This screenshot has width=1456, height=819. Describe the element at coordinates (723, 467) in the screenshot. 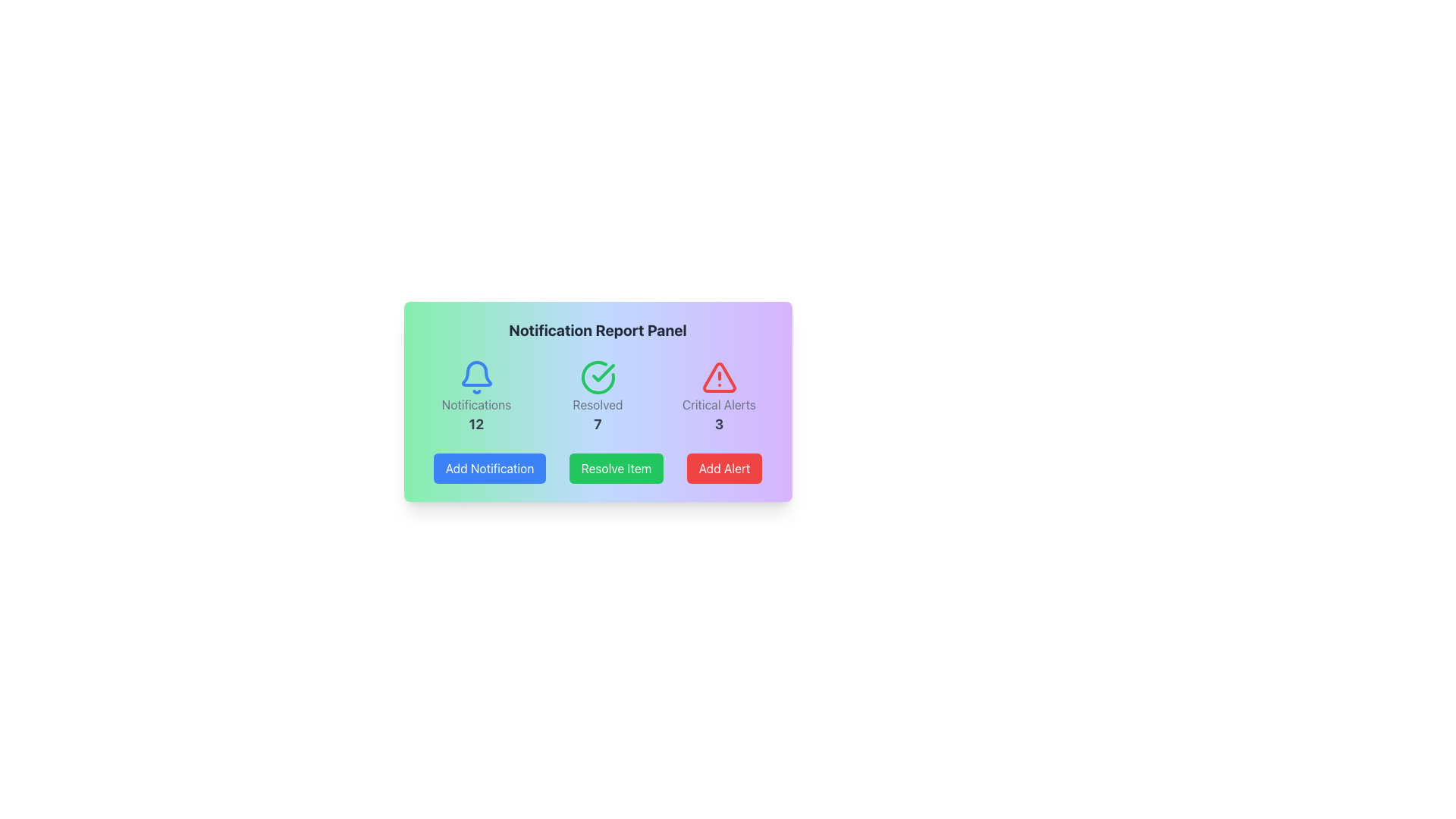

I see `the interactive button that allows users to add an alert, positioned as the third button from the left in a horizontal arrangement at the bottom of the notification report panel` at that location.